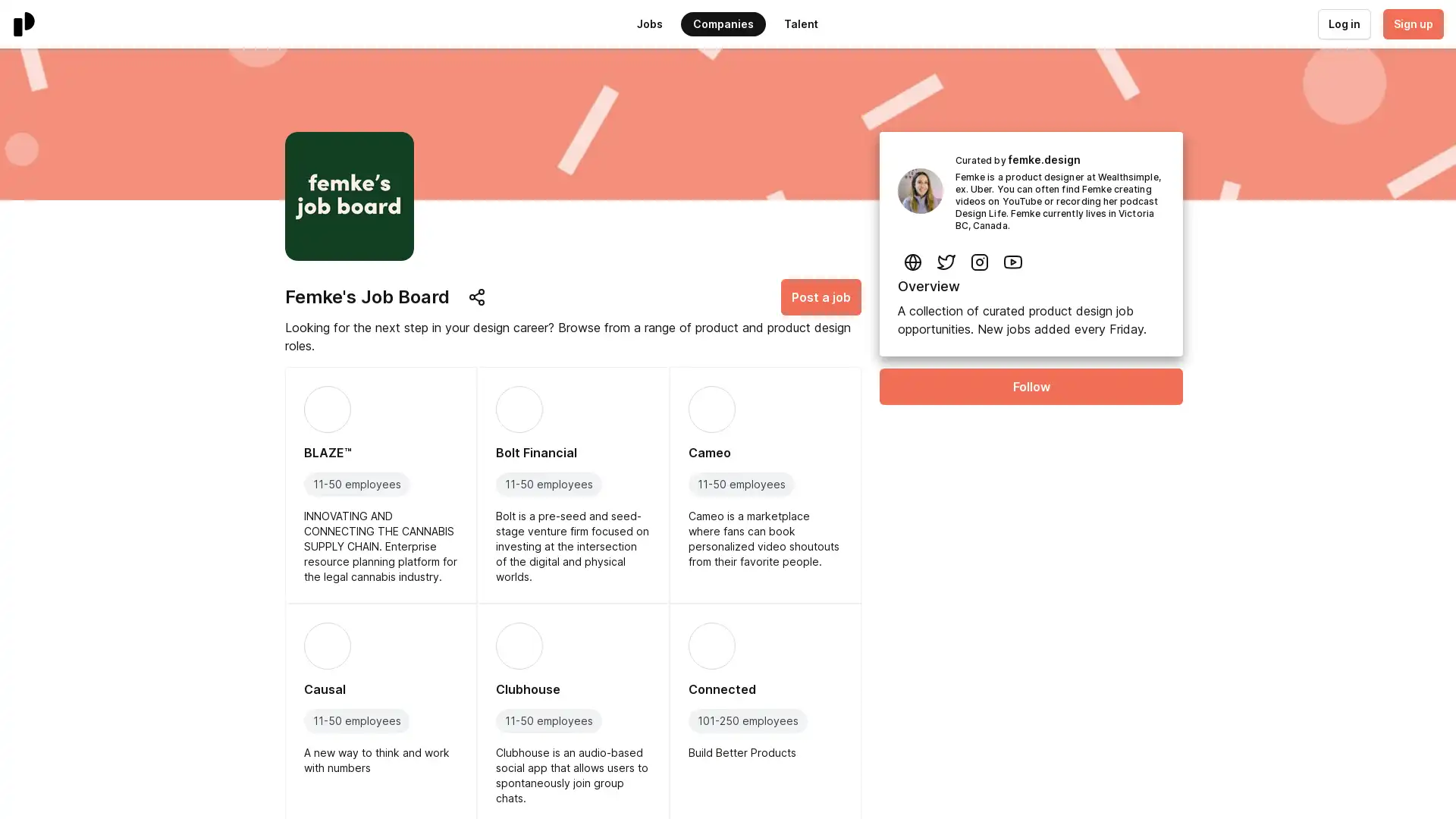 The height and width of the screenshot is (819, 1456). Describe the element at coordinates (1031, 385) in the screenshot. I see `Follow` at that location.